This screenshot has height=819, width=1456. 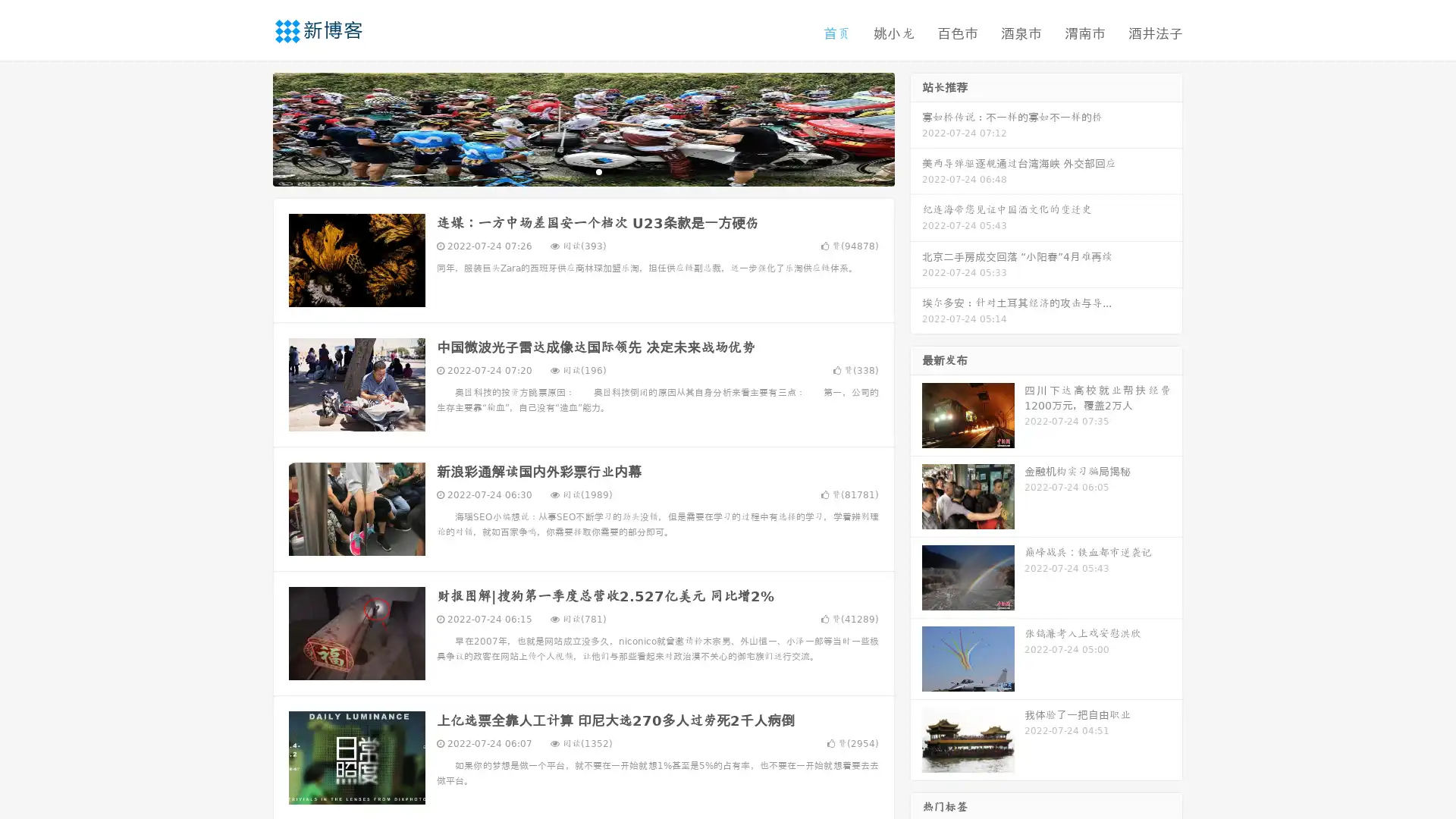 I want to click on Go to slide 2, so click(x=582, y=171).